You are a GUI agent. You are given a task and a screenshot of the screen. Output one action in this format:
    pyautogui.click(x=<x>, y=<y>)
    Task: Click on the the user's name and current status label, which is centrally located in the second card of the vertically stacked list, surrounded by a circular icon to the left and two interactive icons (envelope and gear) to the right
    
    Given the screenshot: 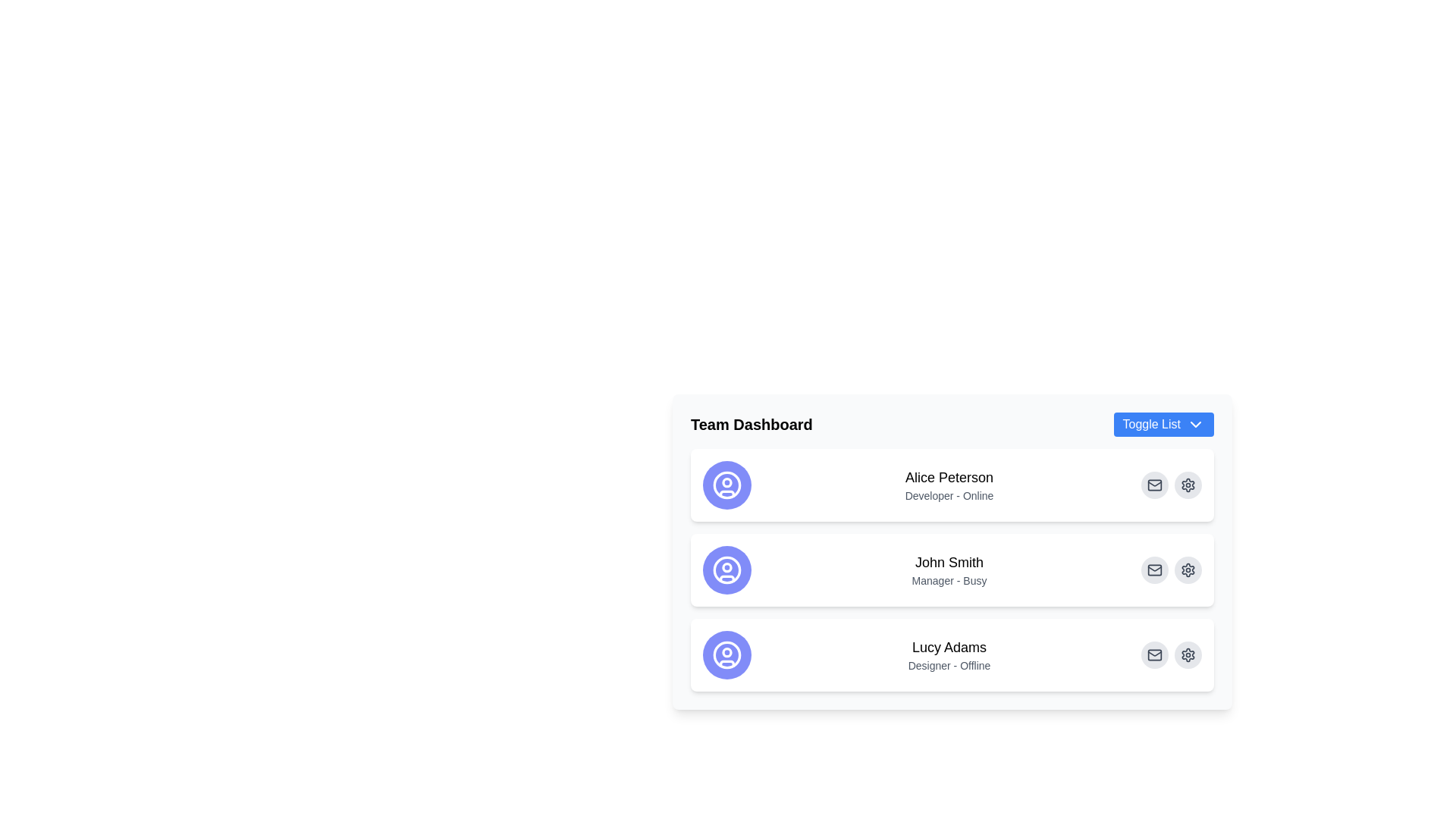 What is the action you would take?
    pyautogui.click(x=949, y=570)
    